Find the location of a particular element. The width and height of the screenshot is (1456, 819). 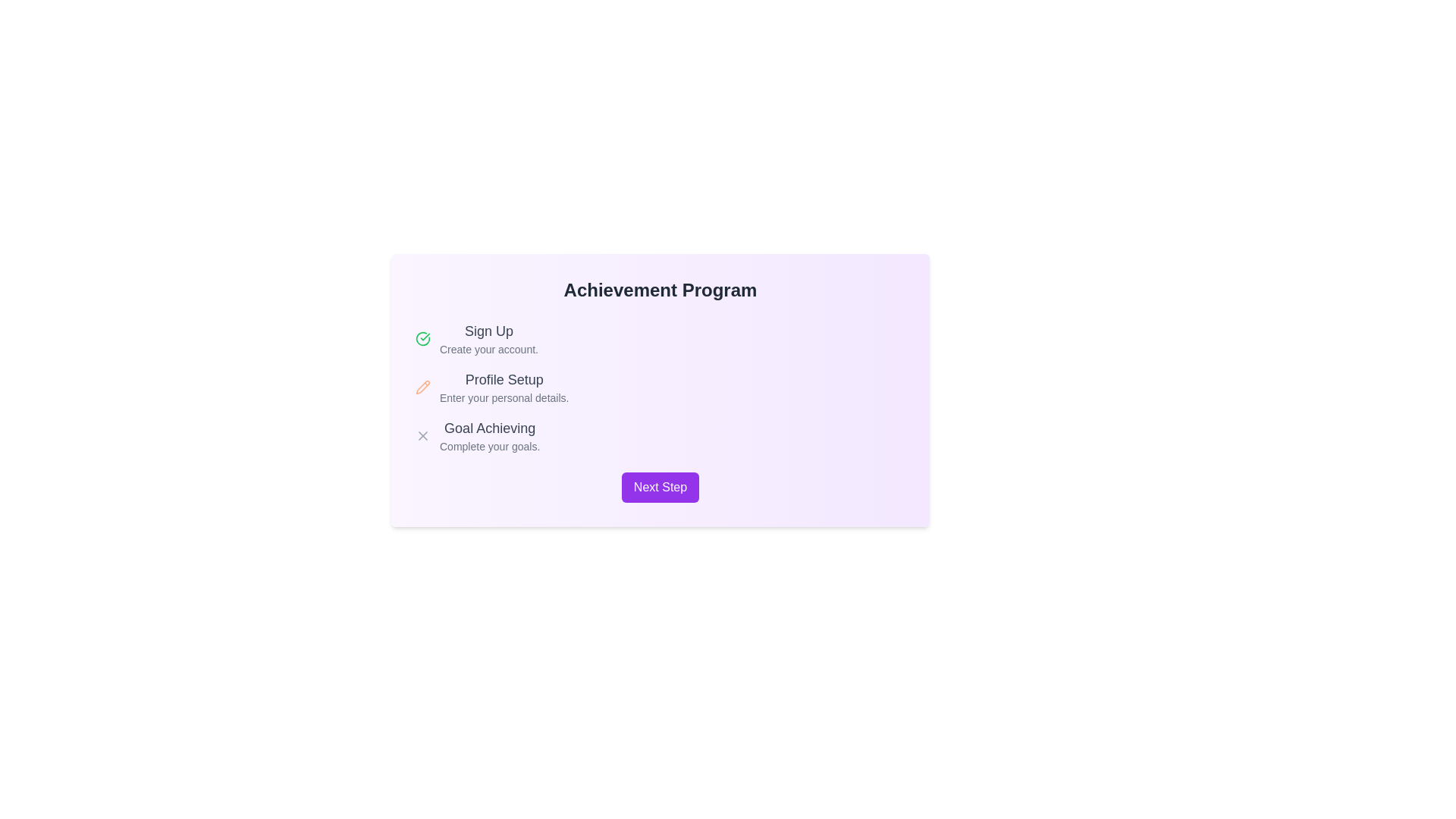

the 'Profile Setup' text label, which serves as a section title in the multi-step process, located above the subtext 'Enter your personal details.' is located at coordinates (504, 379).